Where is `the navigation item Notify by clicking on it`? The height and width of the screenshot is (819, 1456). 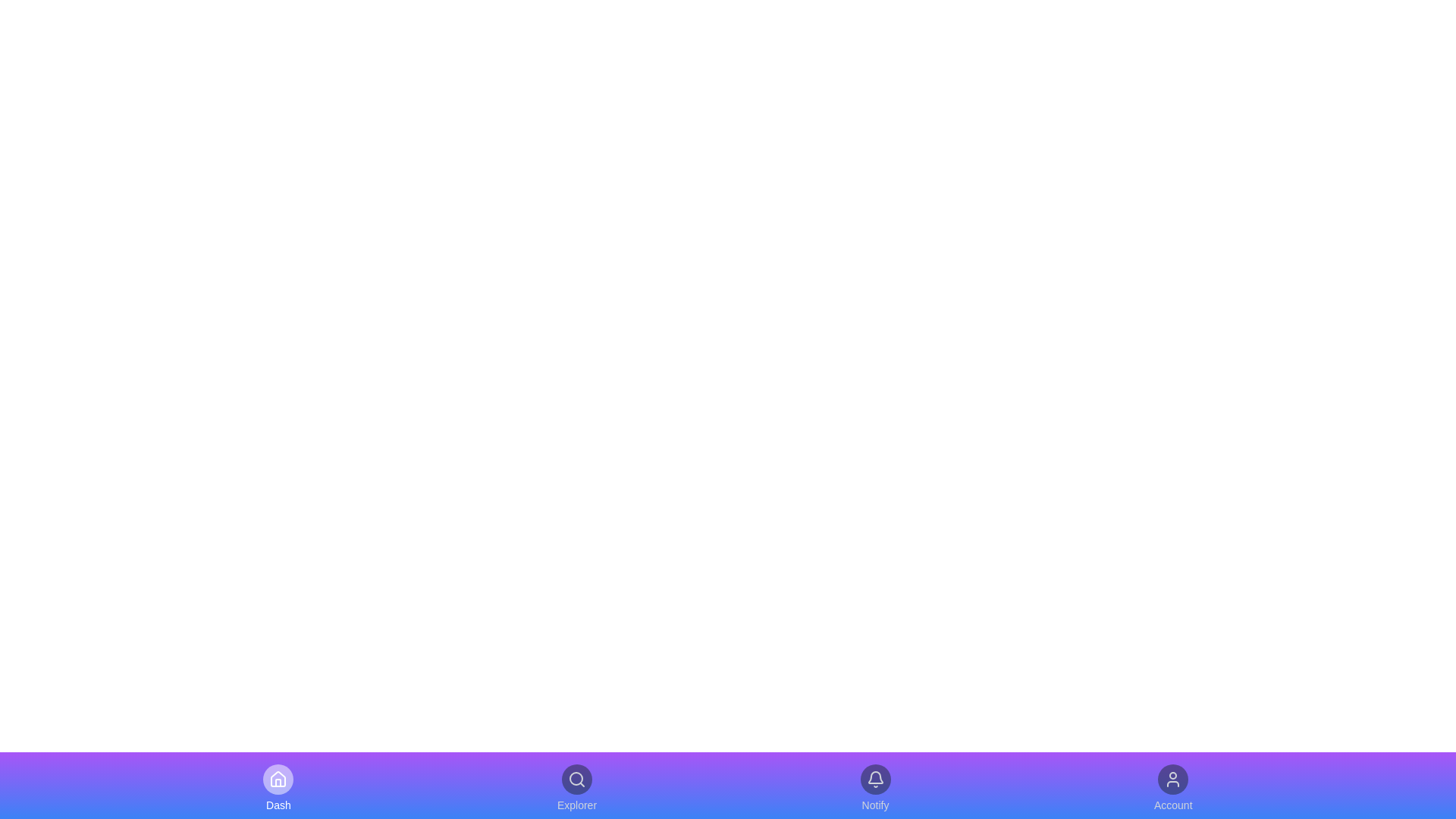 the navigation item Notify by clicking on it is located at coordinates (875, 788).